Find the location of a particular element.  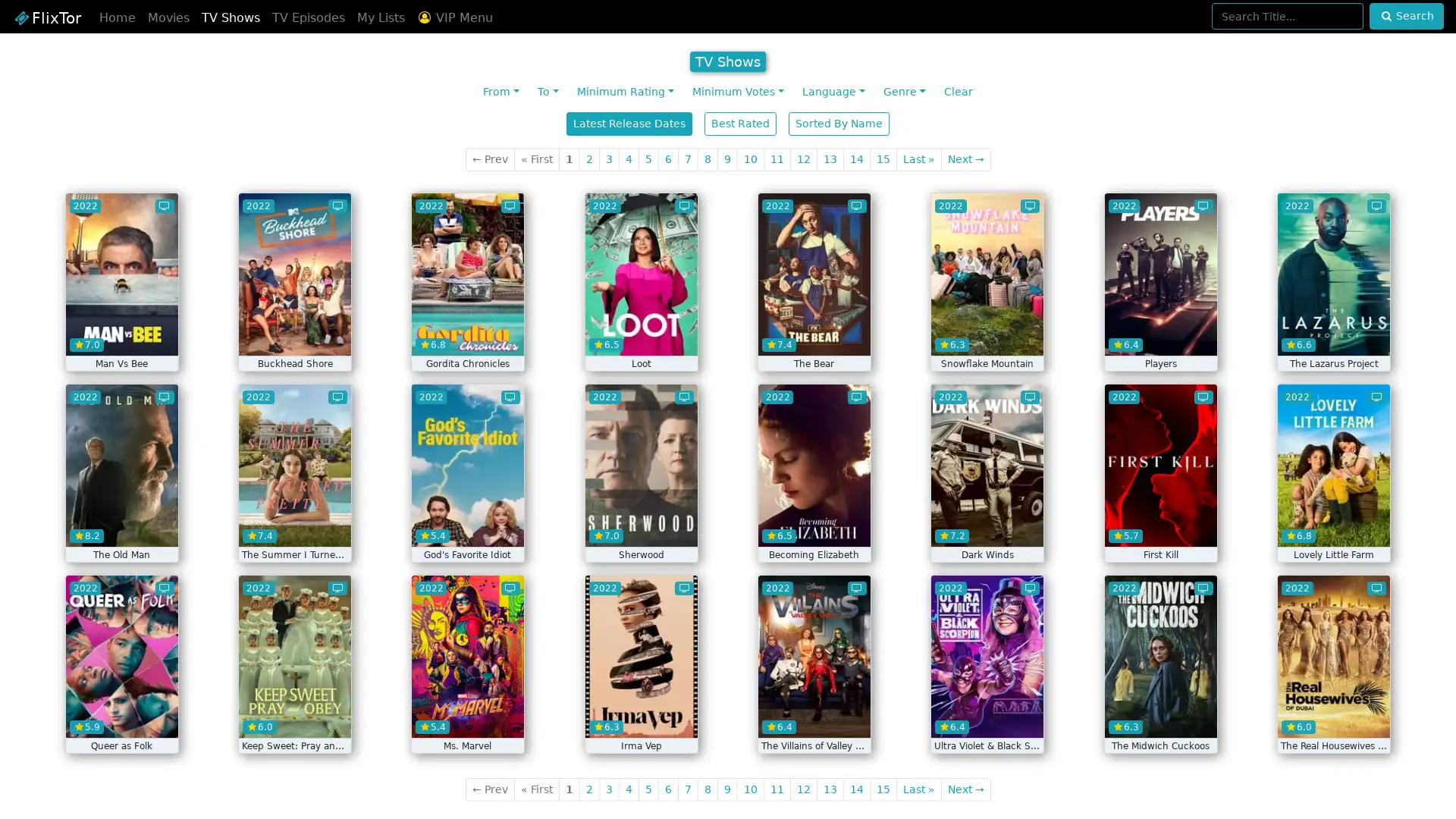

Watch Now is located at coordinates (467, 523).